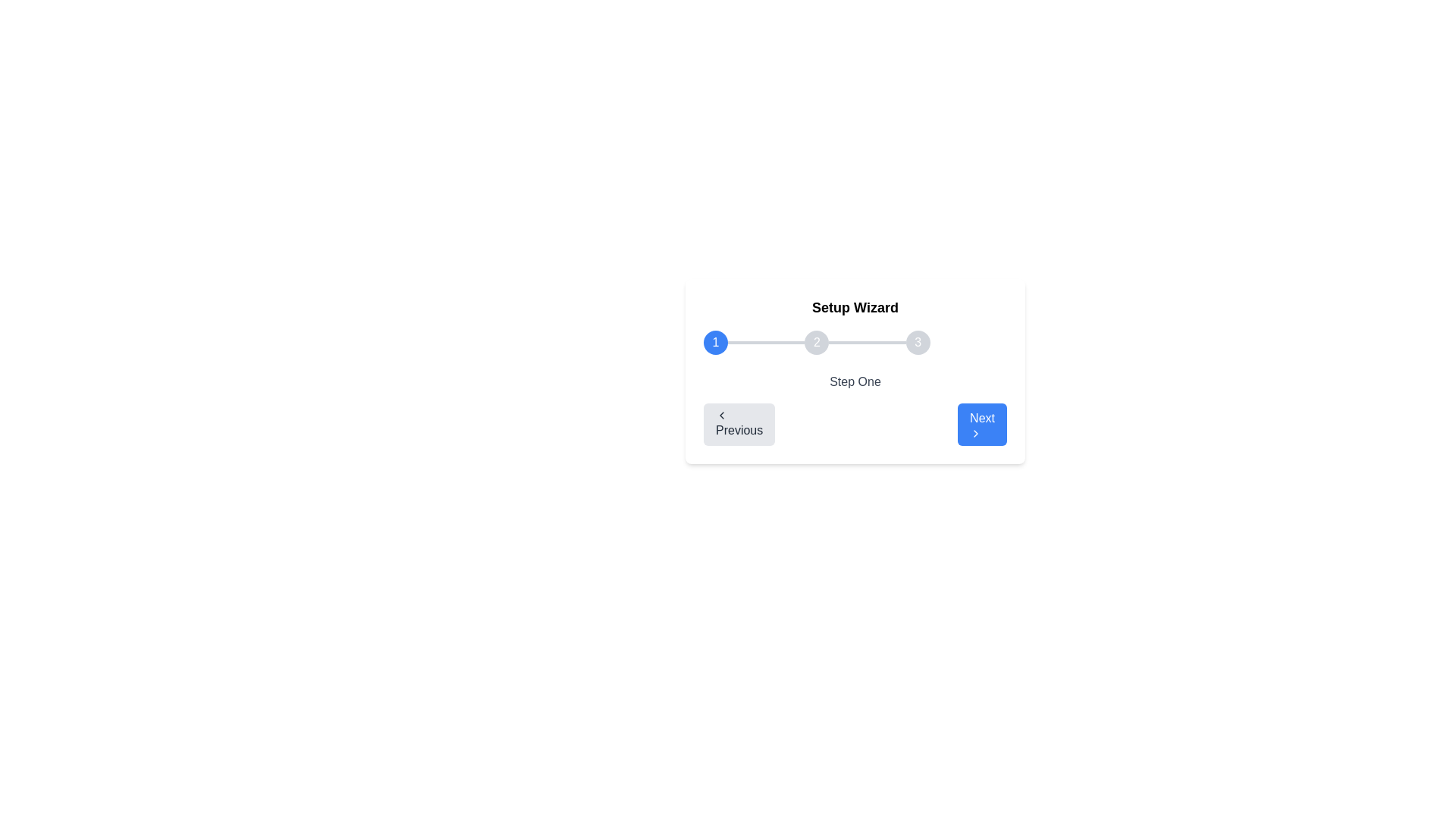  What do you see at coordinates (715, 342) in the screenshot?
I see `the first step indicator in the multi-step wizard interface, which visually represents the current or completed step` at bounding box center [715, 342].